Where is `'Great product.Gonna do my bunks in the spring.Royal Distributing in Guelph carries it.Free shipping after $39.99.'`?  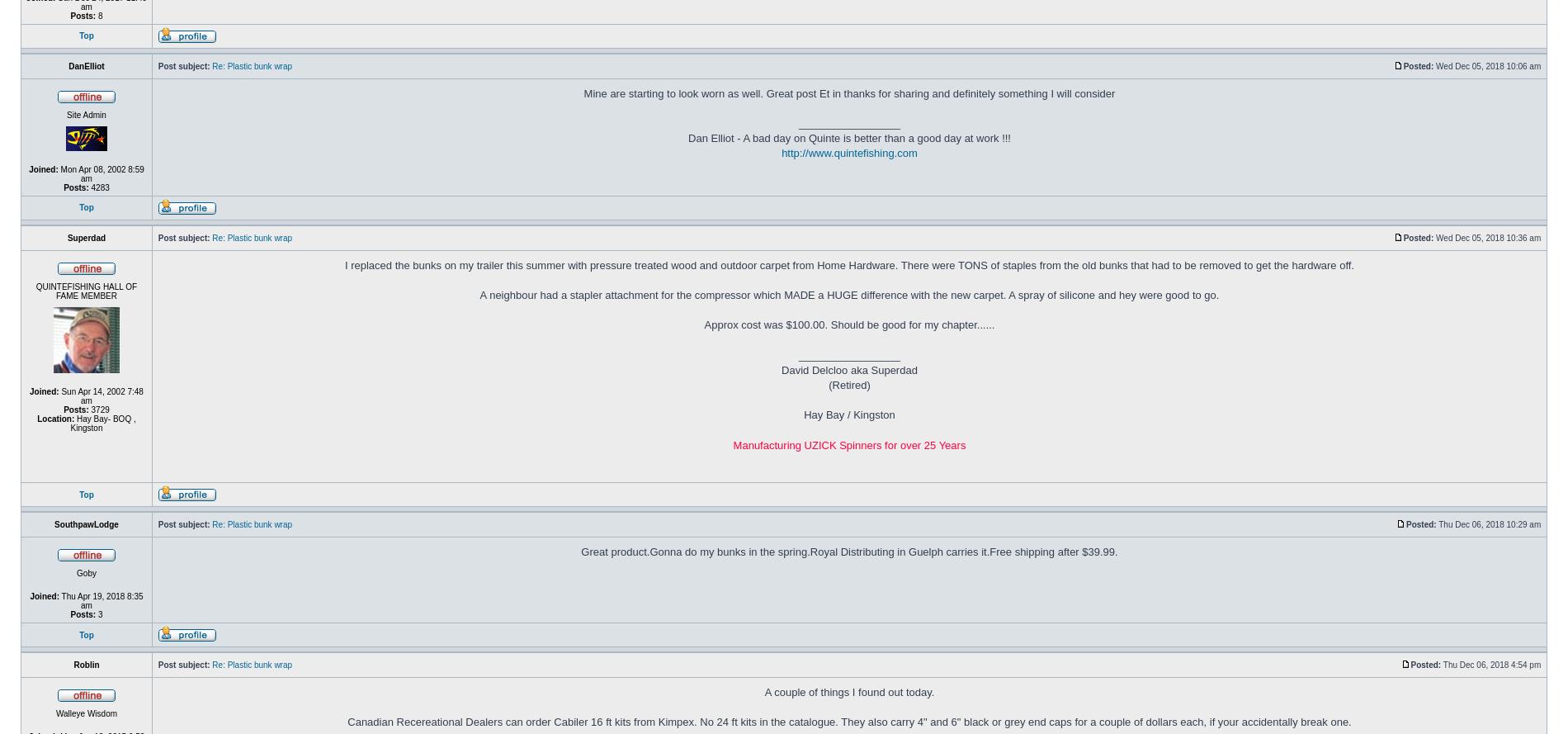 'Great product.Gonna do my bunks in the spring.Royal Distributing in Guelph carries it.Free shipping after $39.99.' is located at coordinates (849, 552).